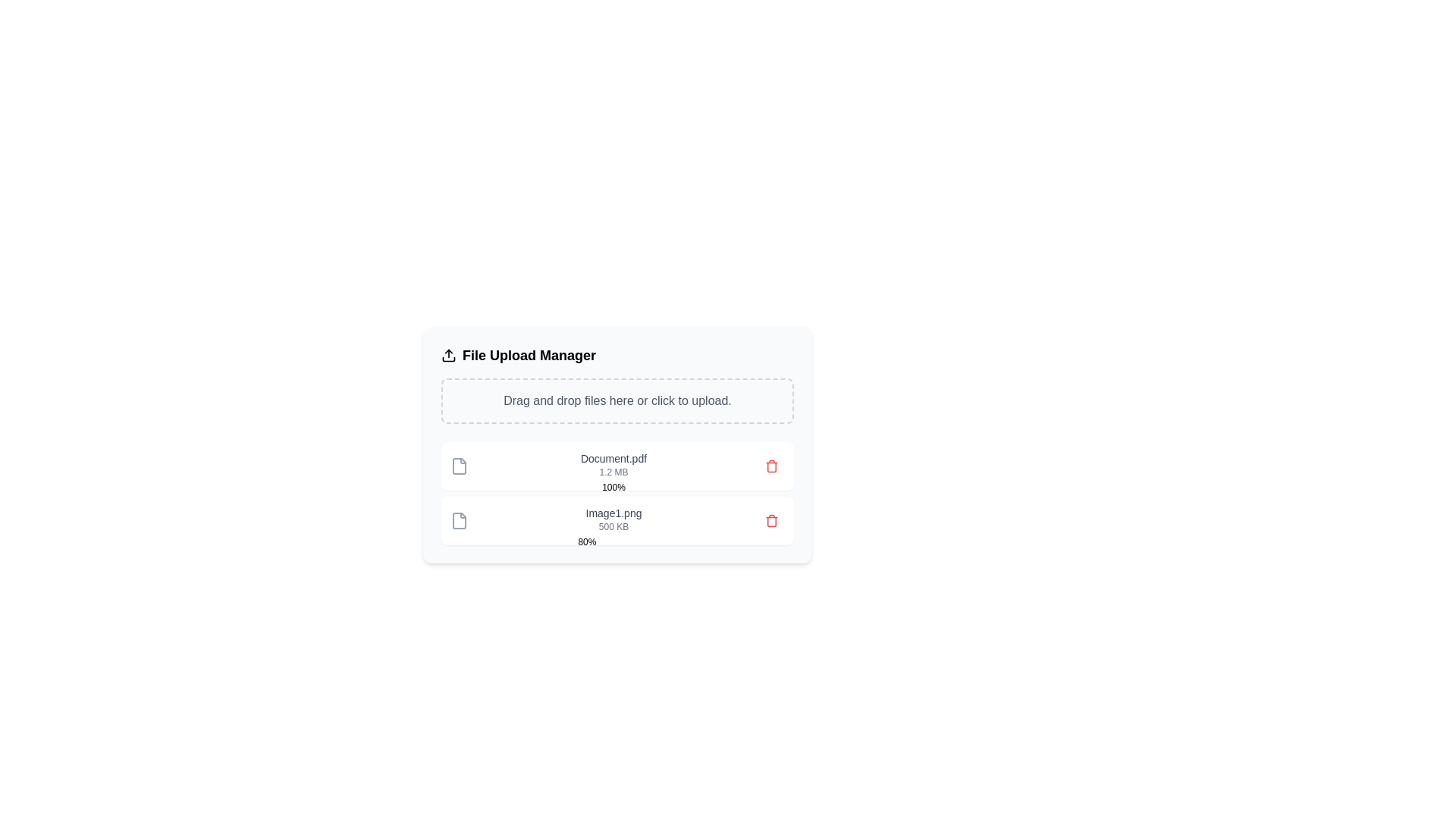 The image size is (1456, 819). Describe the element at coordinates (617, 465) in the screenshot. I see `the file entry component displaying 'Document.pdf'` at that location.